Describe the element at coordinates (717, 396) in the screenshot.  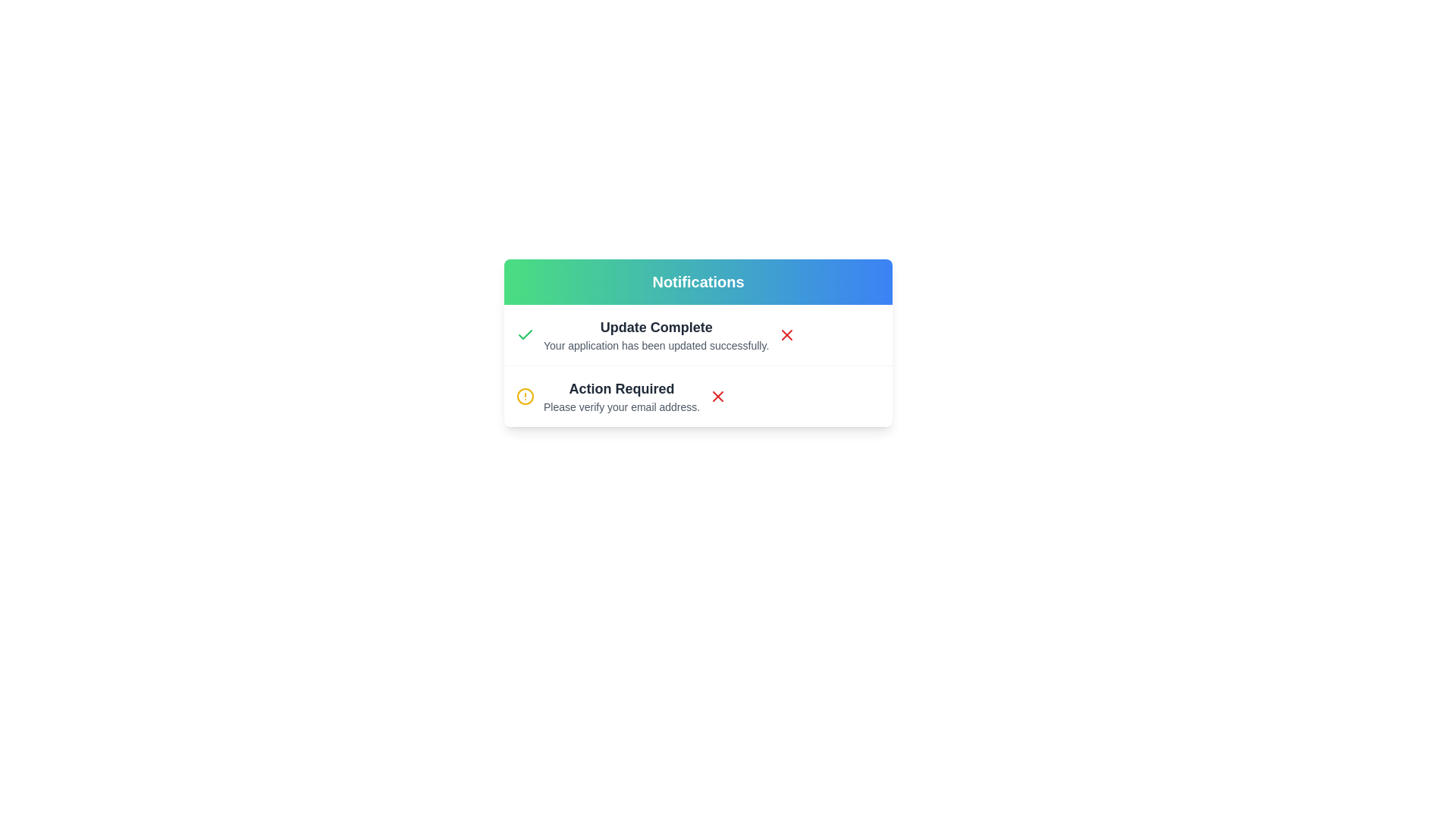
I see `the close icon located to the right of the 'Update Complete' message in the notifications box` at that location.